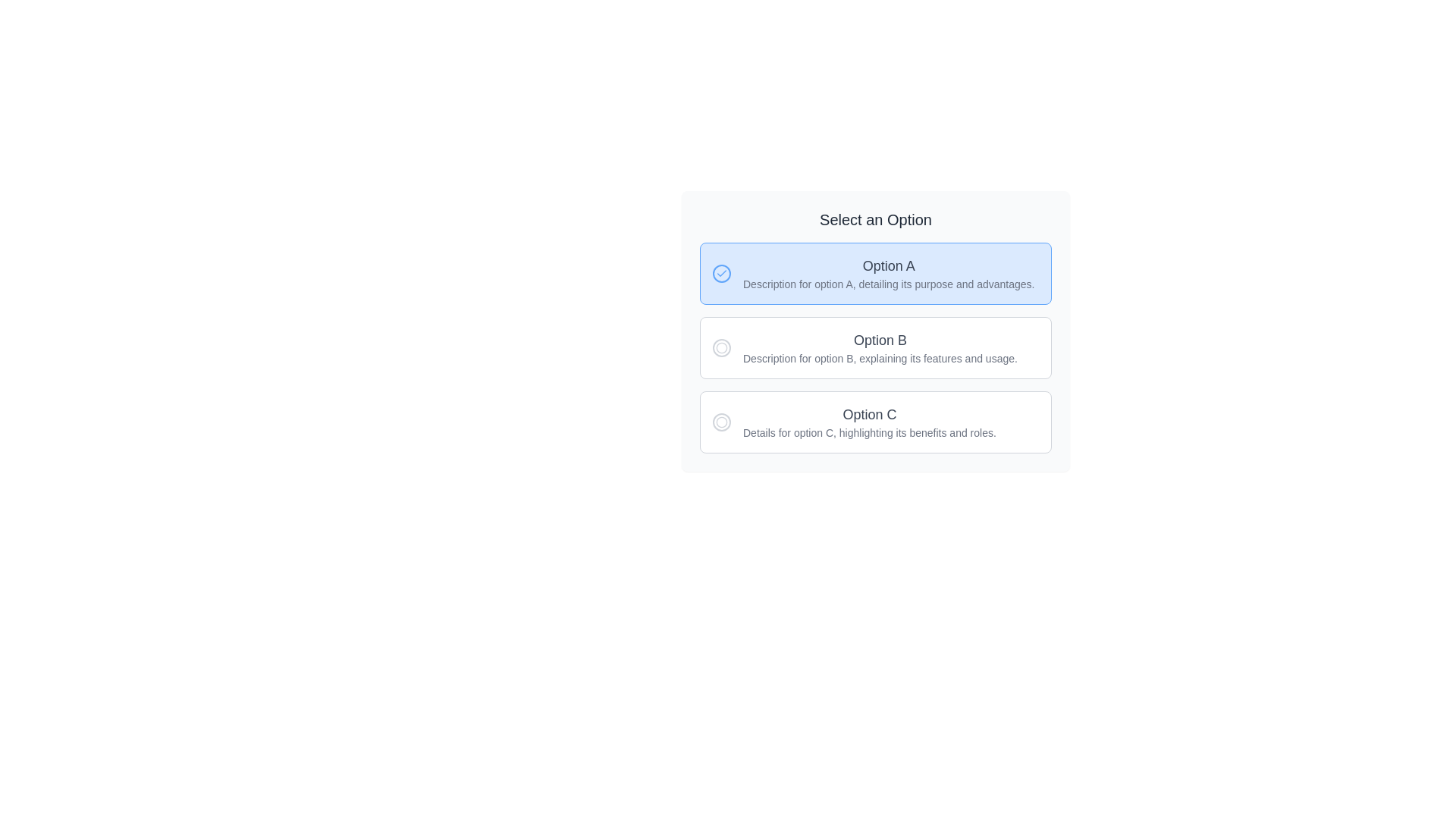 Image resolution: width=1456 pixels, height=819 pixels. I want to click on the circular icon with a thin gray border and hollow center, which is the central feature of option C in the list, so click(720, 422).